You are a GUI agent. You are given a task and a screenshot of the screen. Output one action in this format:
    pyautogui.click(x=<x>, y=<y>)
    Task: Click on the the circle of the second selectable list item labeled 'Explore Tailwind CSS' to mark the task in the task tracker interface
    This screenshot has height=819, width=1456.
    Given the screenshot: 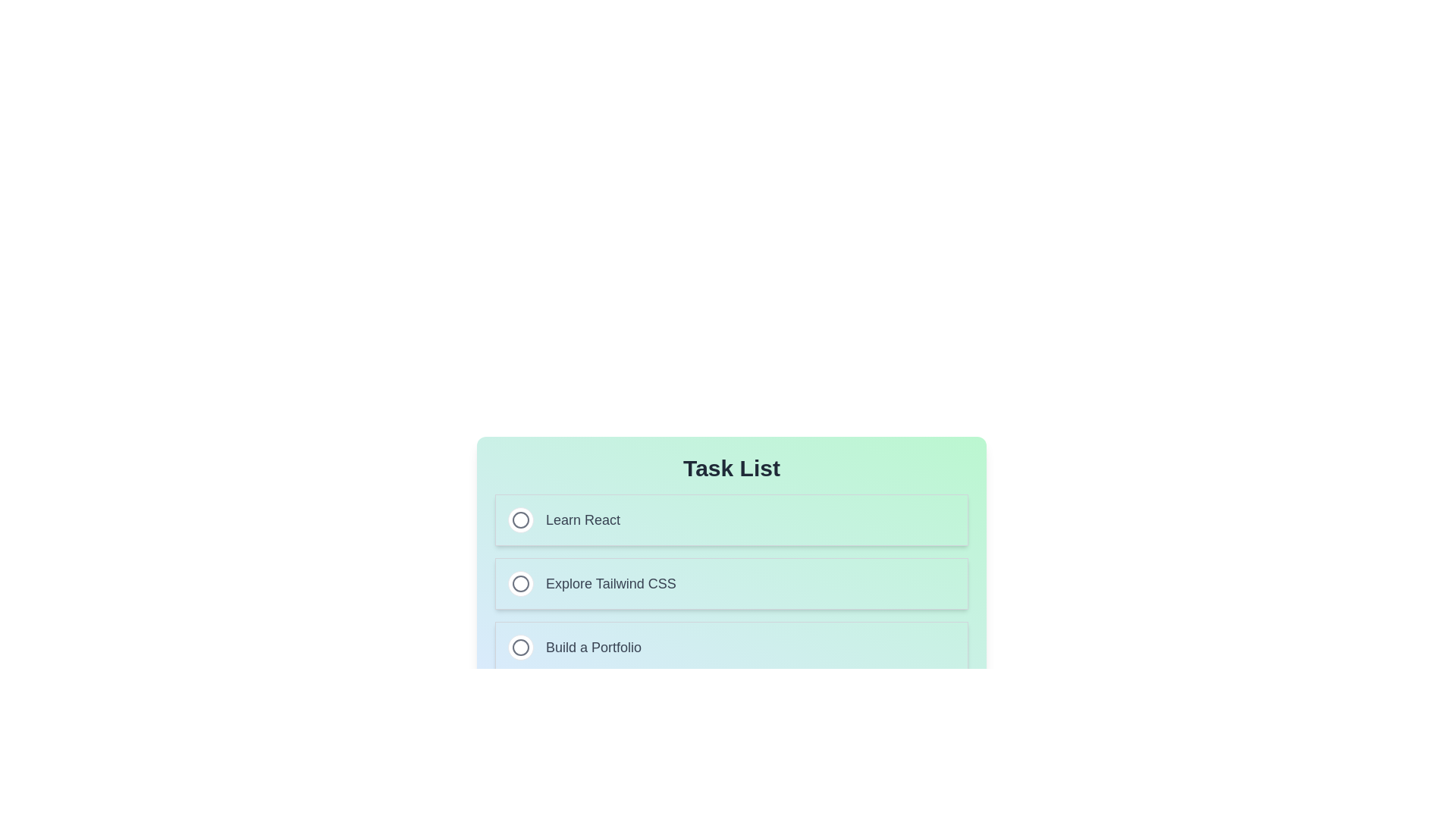 What is the action you would take?
    pyautogui.click(x=731, y=583)
    